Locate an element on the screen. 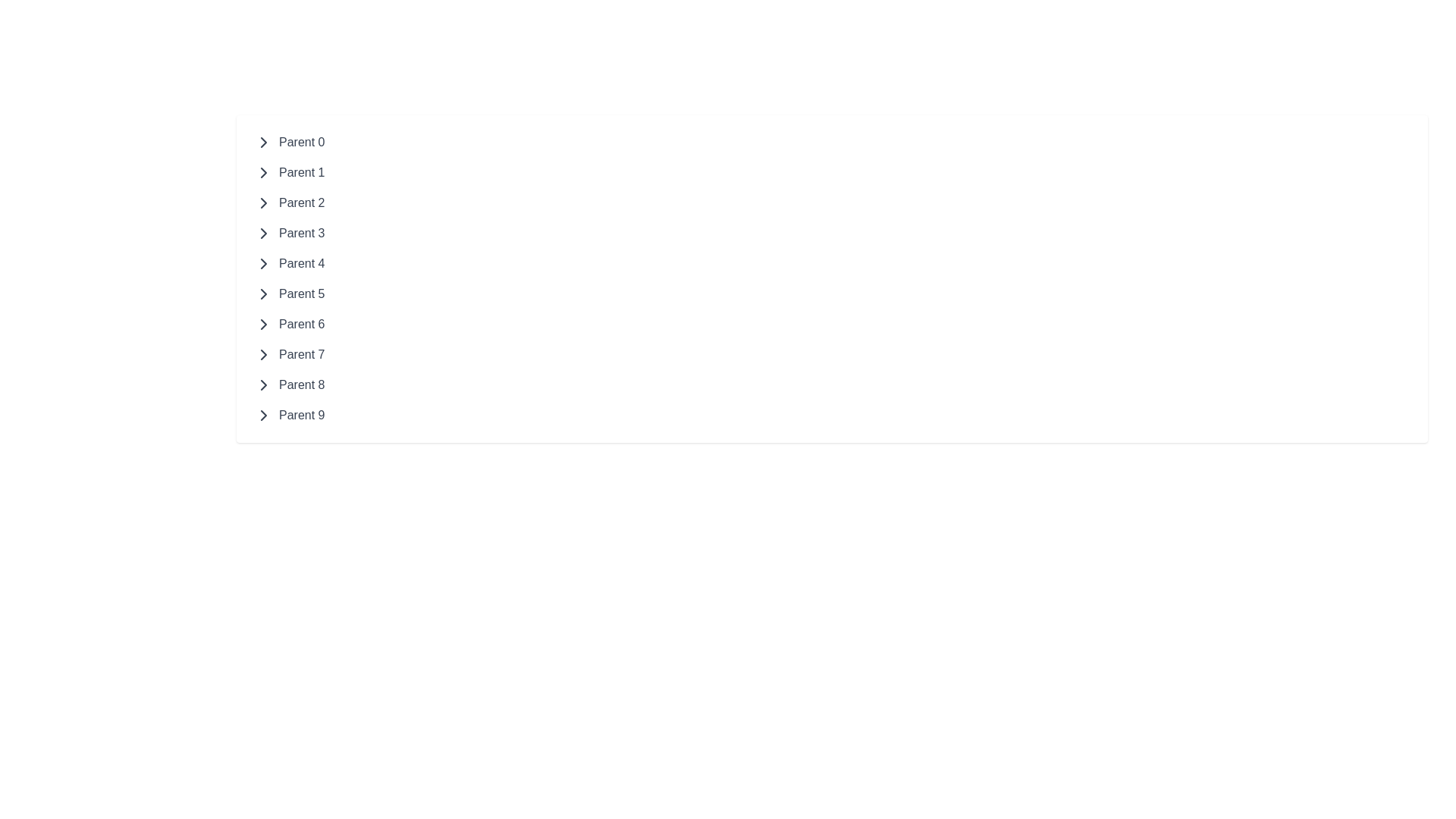  the sixth item in the vertical navigation list, which is a text label associated with a collapsible section is located at coordinates (290, 294).